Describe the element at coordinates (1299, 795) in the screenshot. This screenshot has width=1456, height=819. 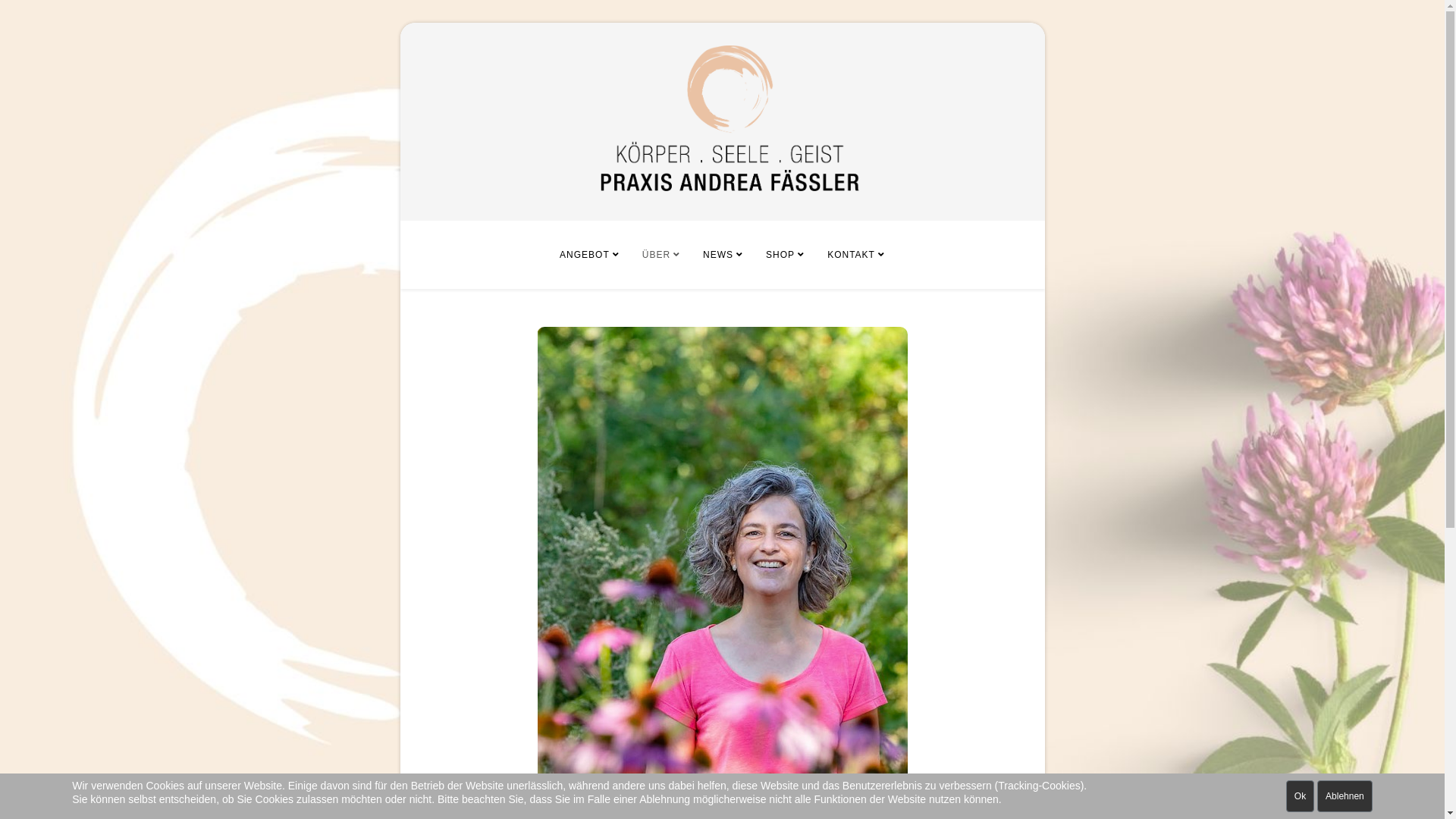
I see `'Ok'` at that location.